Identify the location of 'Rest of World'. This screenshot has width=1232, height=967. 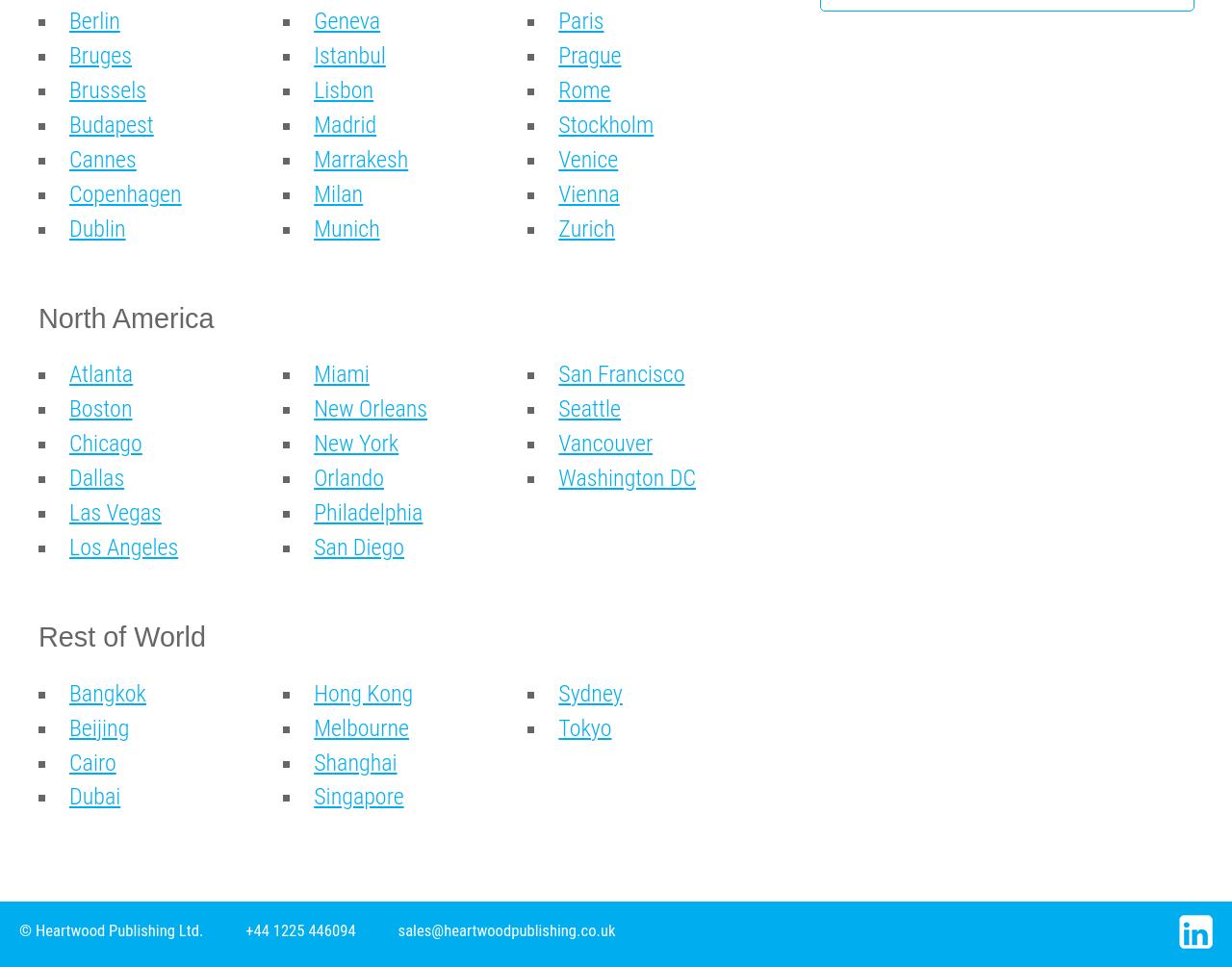
(120, 634).